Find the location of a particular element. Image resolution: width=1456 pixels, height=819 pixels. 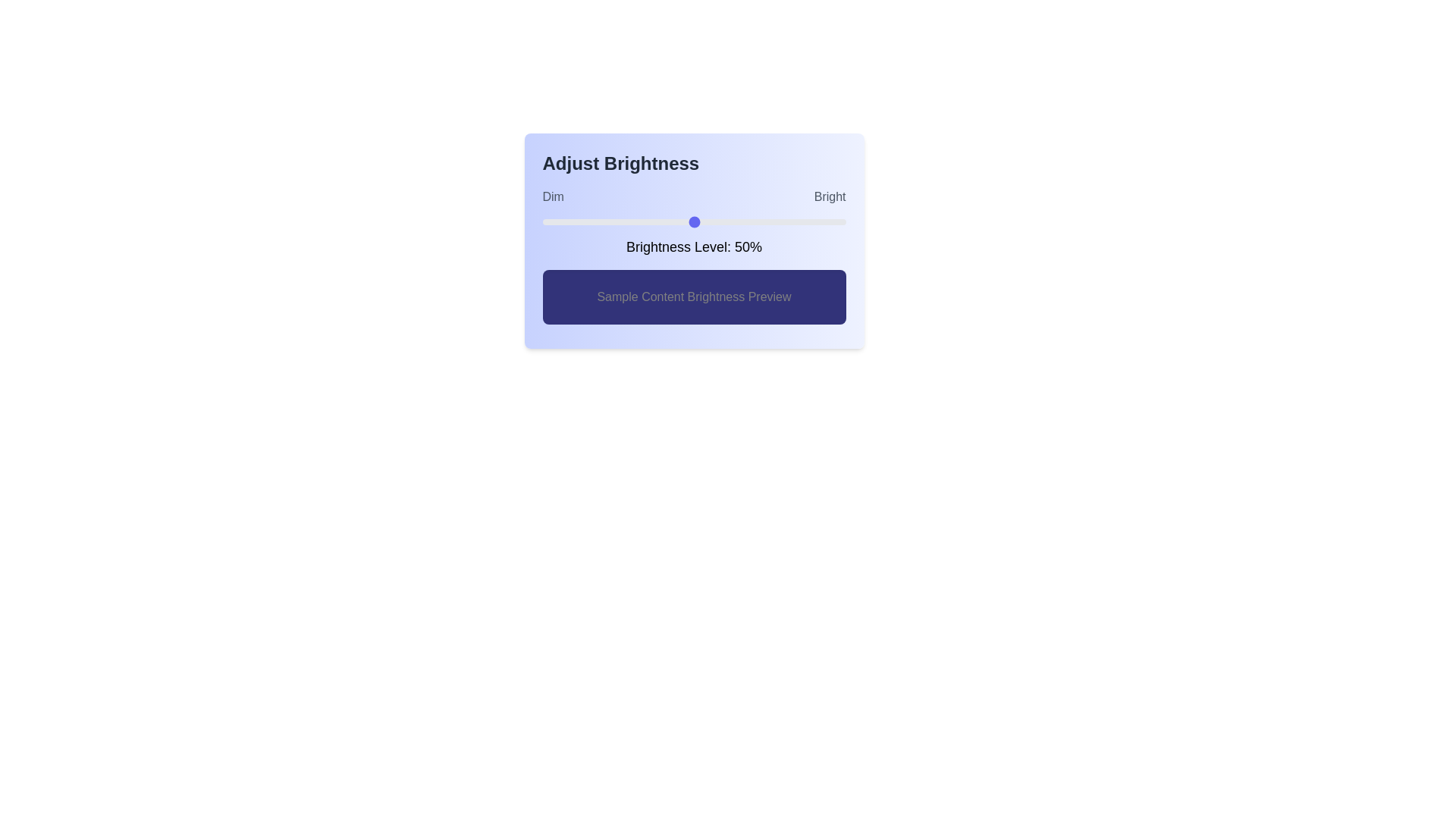

the brightness level to 99% by dragging the slider is located at coordinates (842, 222).